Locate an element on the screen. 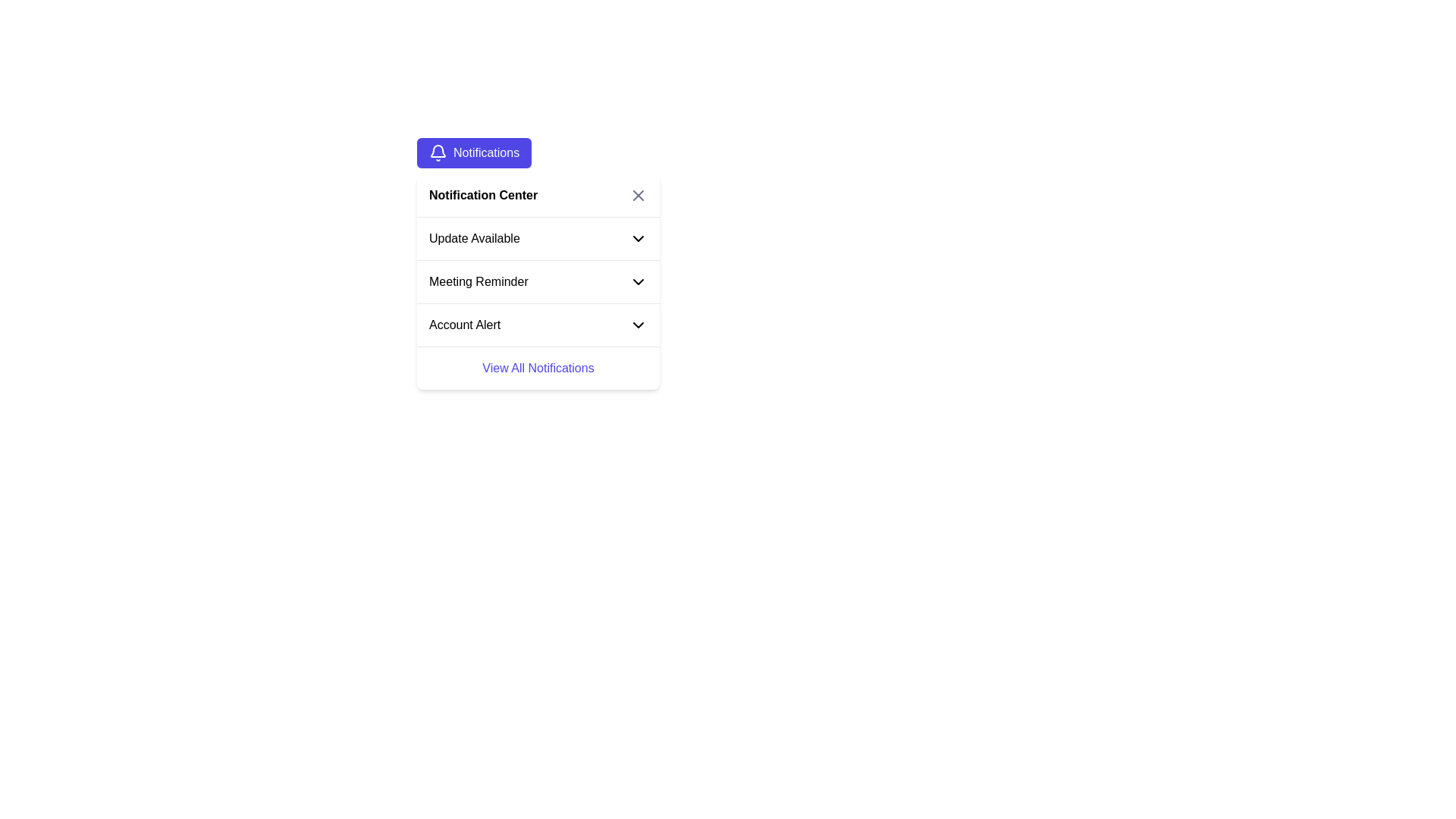 The image size is (1456, 819). 'Notification Center' text label, which is bold and located in the upper section of the notification dropdown, aligned to the left next to the close button is located at coordinates (482, 195).